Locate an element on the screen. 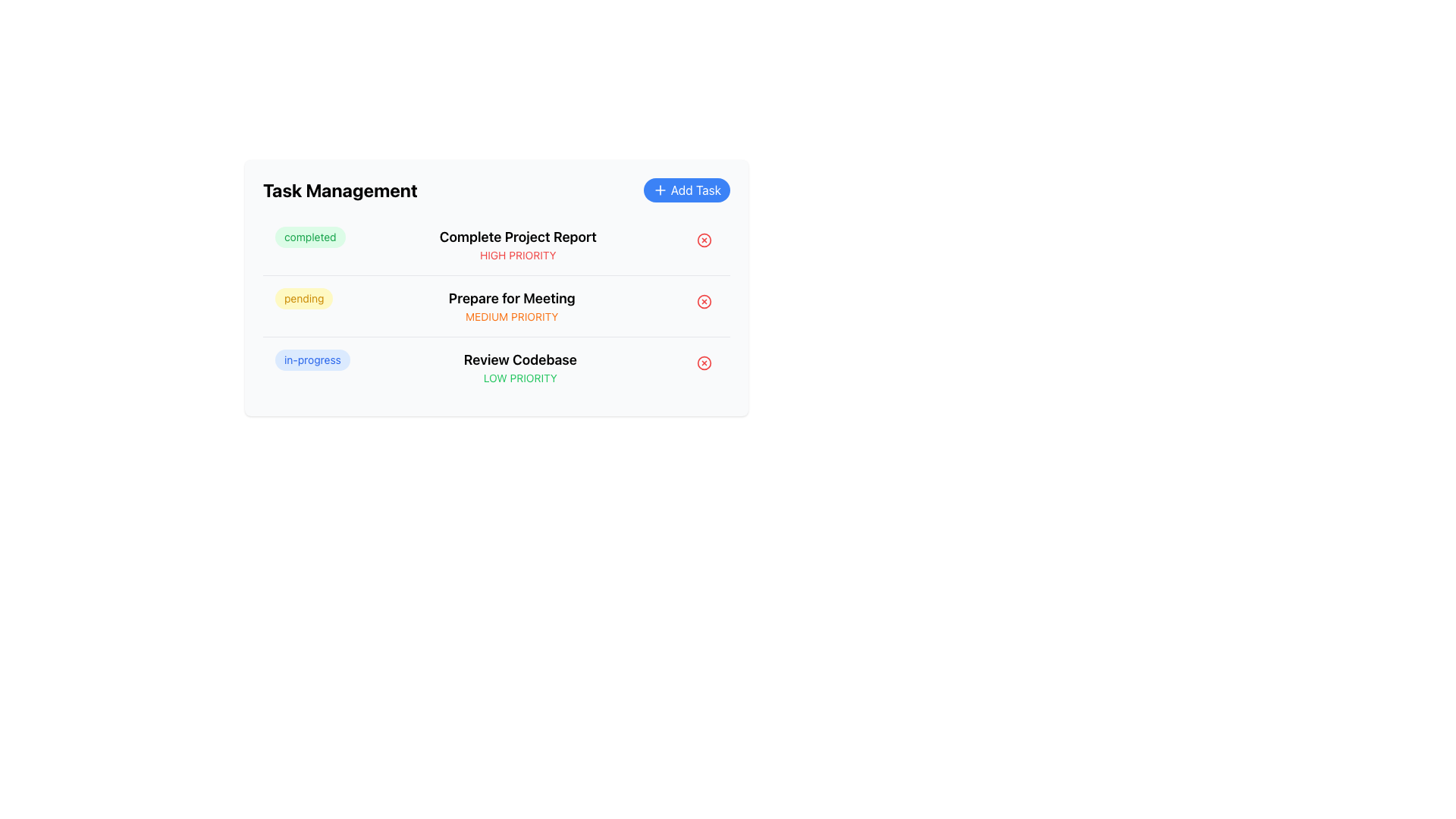 The height and width of the screenshot is (819, 1456). the delete button associated with the 'Review Codebase' task is located at coordinates (704, 362).